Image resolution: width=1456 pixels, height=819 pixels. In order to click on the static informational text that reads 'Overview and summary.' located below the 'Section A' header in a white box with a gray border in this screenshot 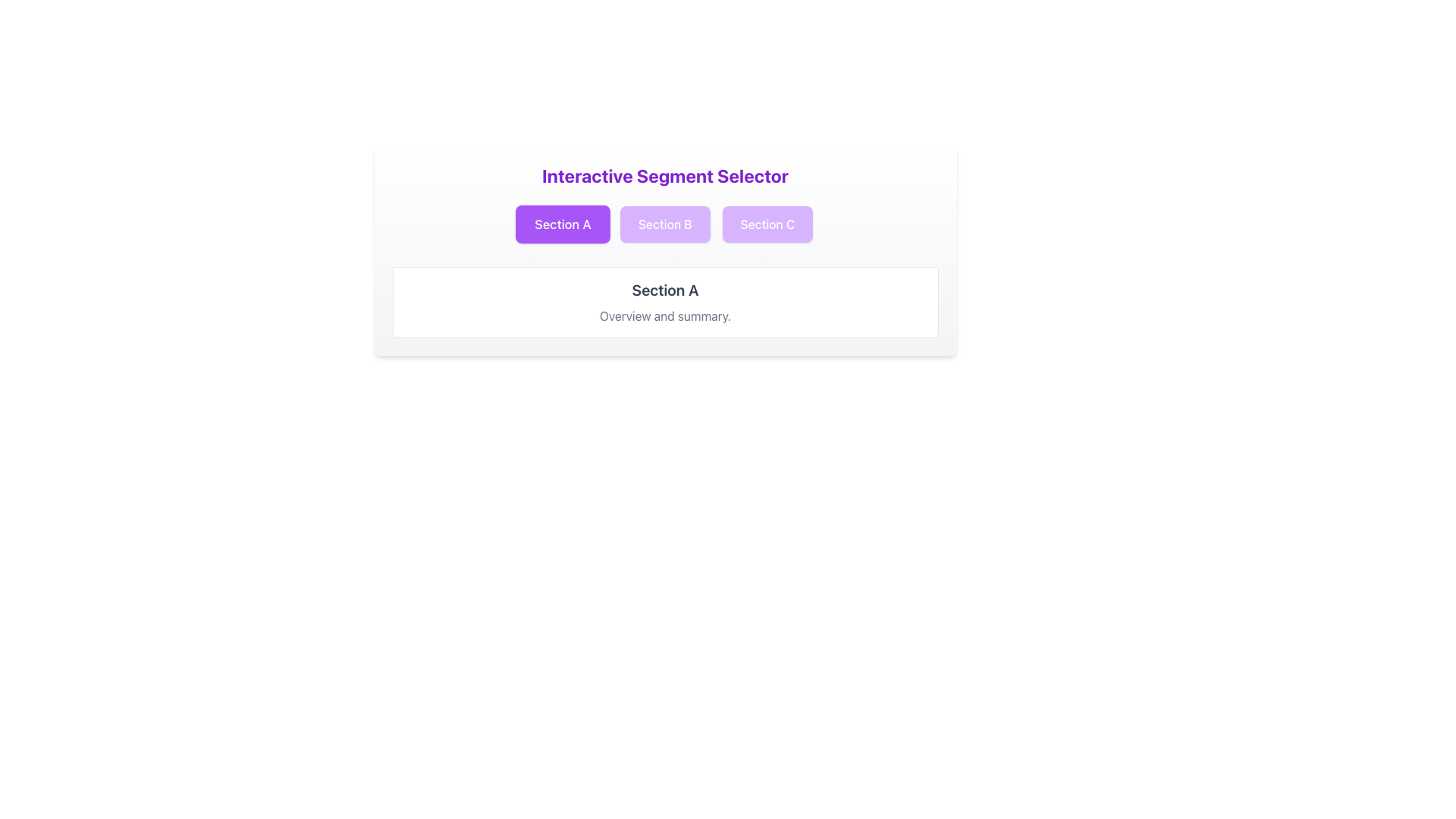, I will do `click(665, 315)`.